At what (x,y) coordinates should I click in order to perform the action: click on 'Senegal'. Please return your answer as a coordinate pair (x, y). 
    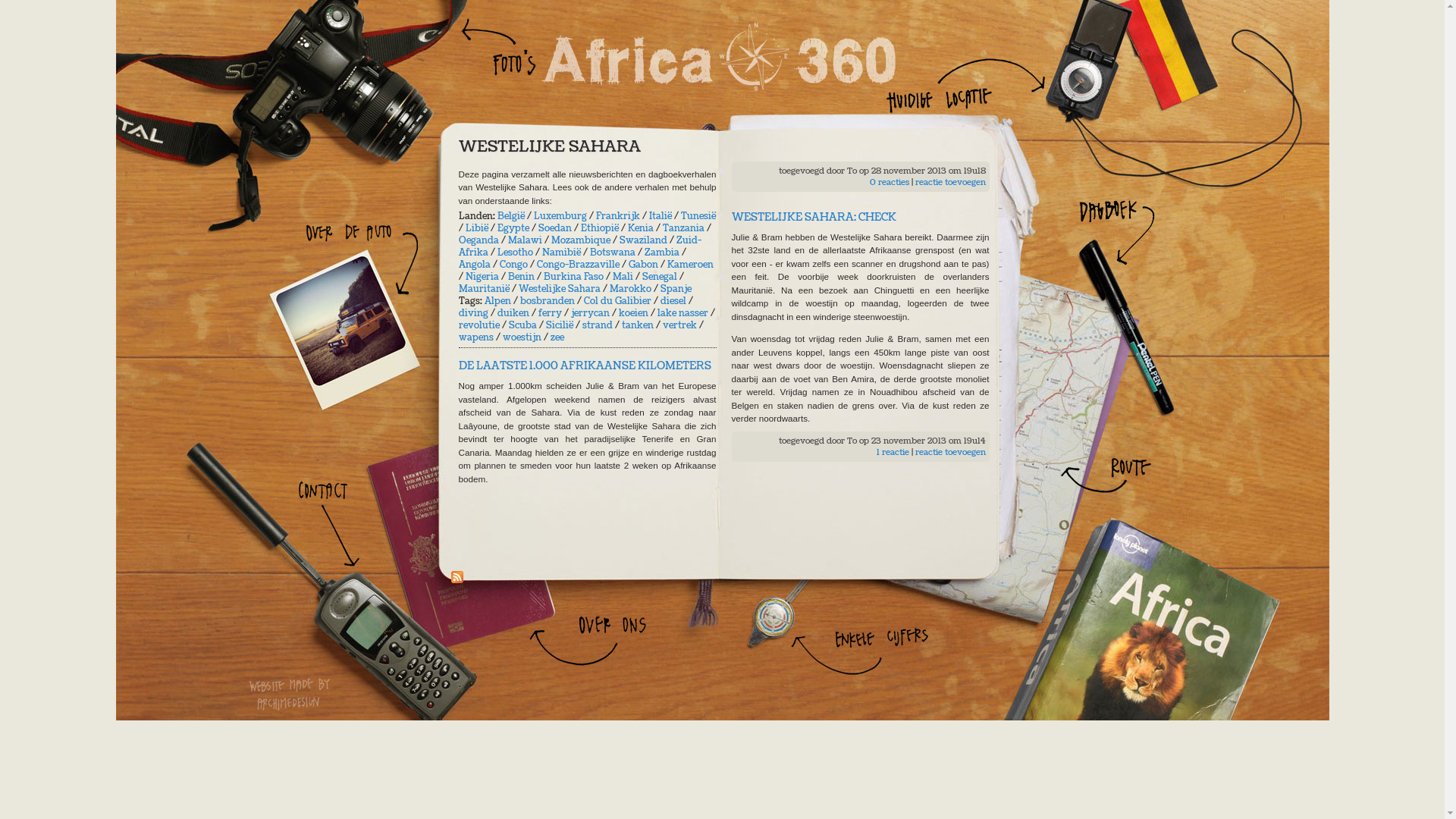
    Looking at the image, I should click on (641, 277).